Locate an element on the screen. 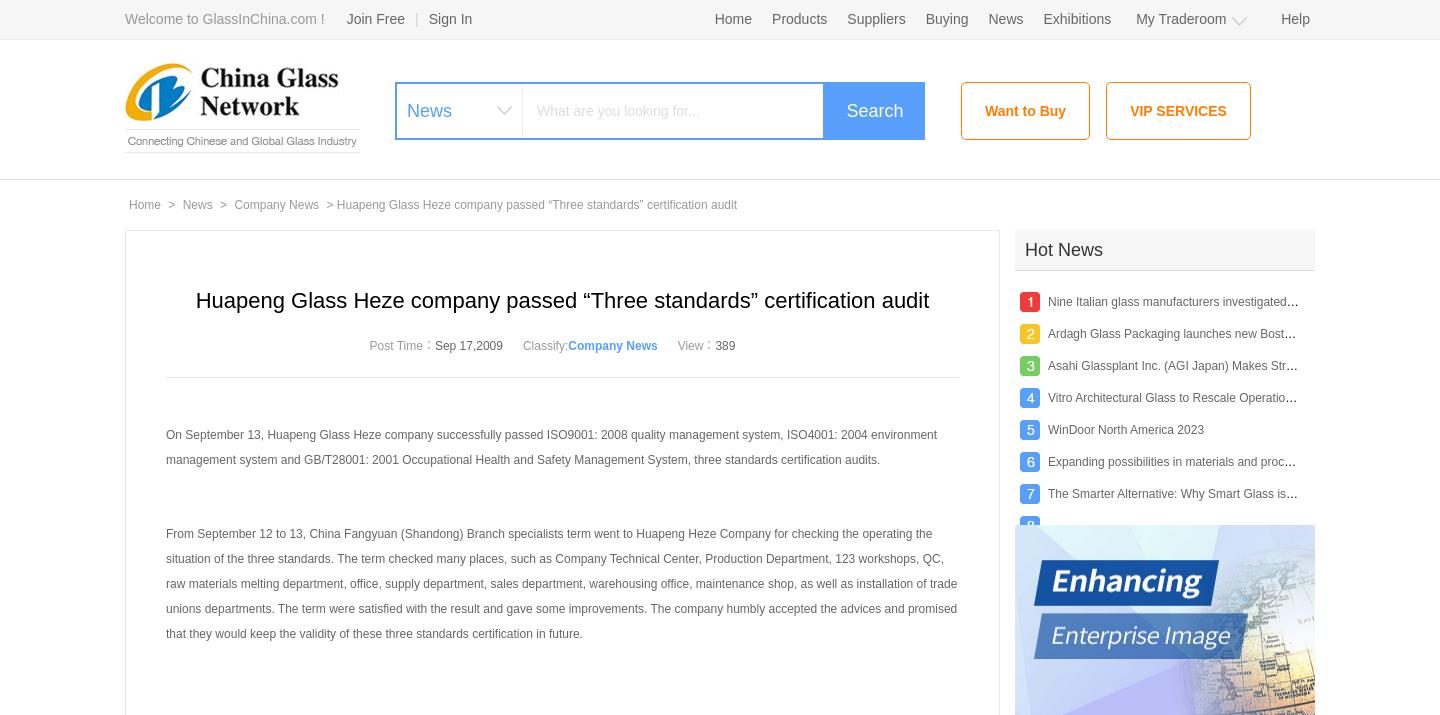 The image size is (1440, 715). 'Hot News' is located at coordinates (1064, 249).